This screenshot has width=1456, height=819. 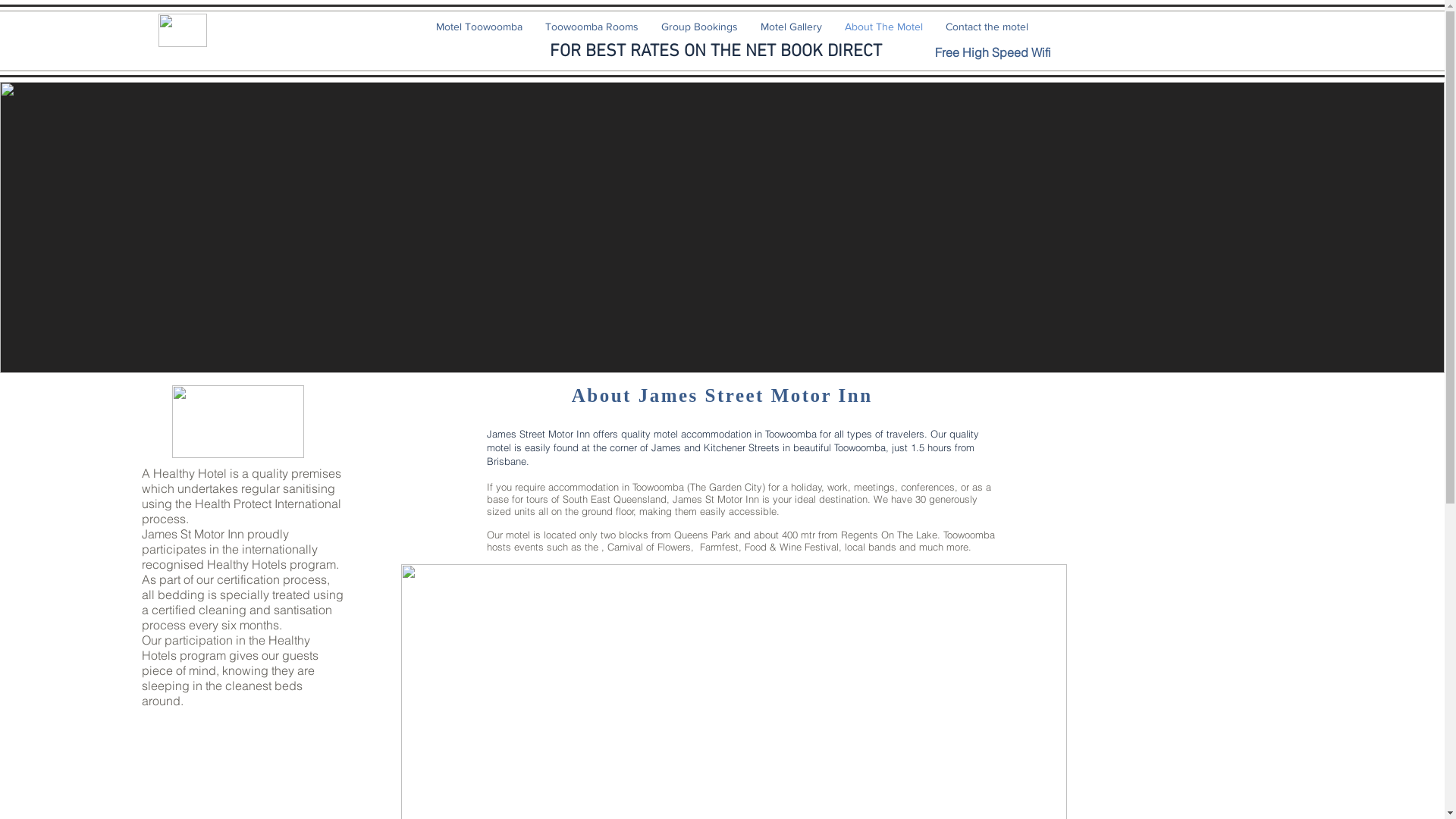 I want to click on 'Toowoomba Rooms', so click(x=591, y=26).